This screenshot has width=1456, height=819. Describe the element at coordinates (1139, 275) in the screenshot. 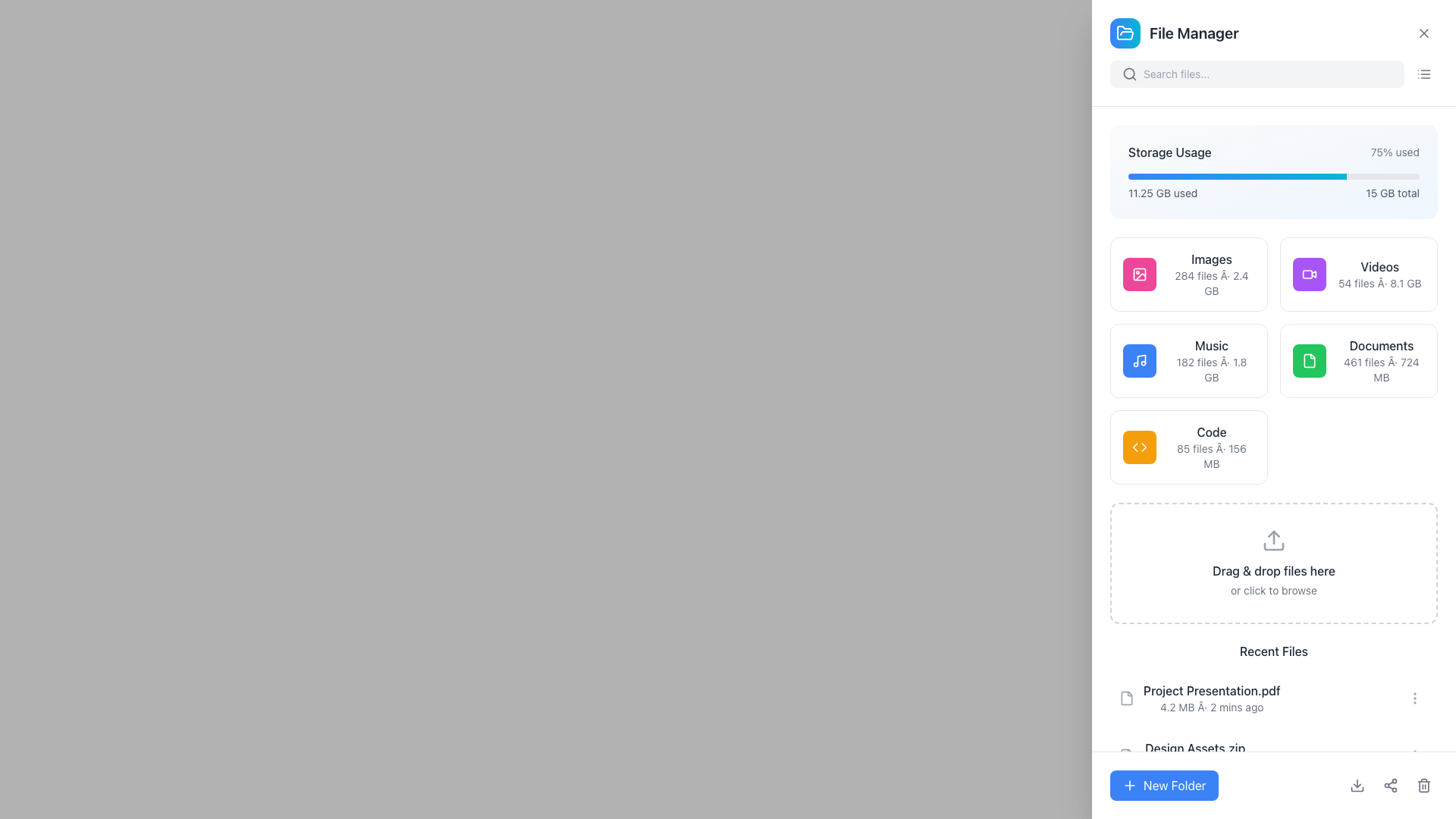

I see `the 'Images' category button in the file manager, located at the top-left corner of the grid under 'Storage Usage'` at that location.